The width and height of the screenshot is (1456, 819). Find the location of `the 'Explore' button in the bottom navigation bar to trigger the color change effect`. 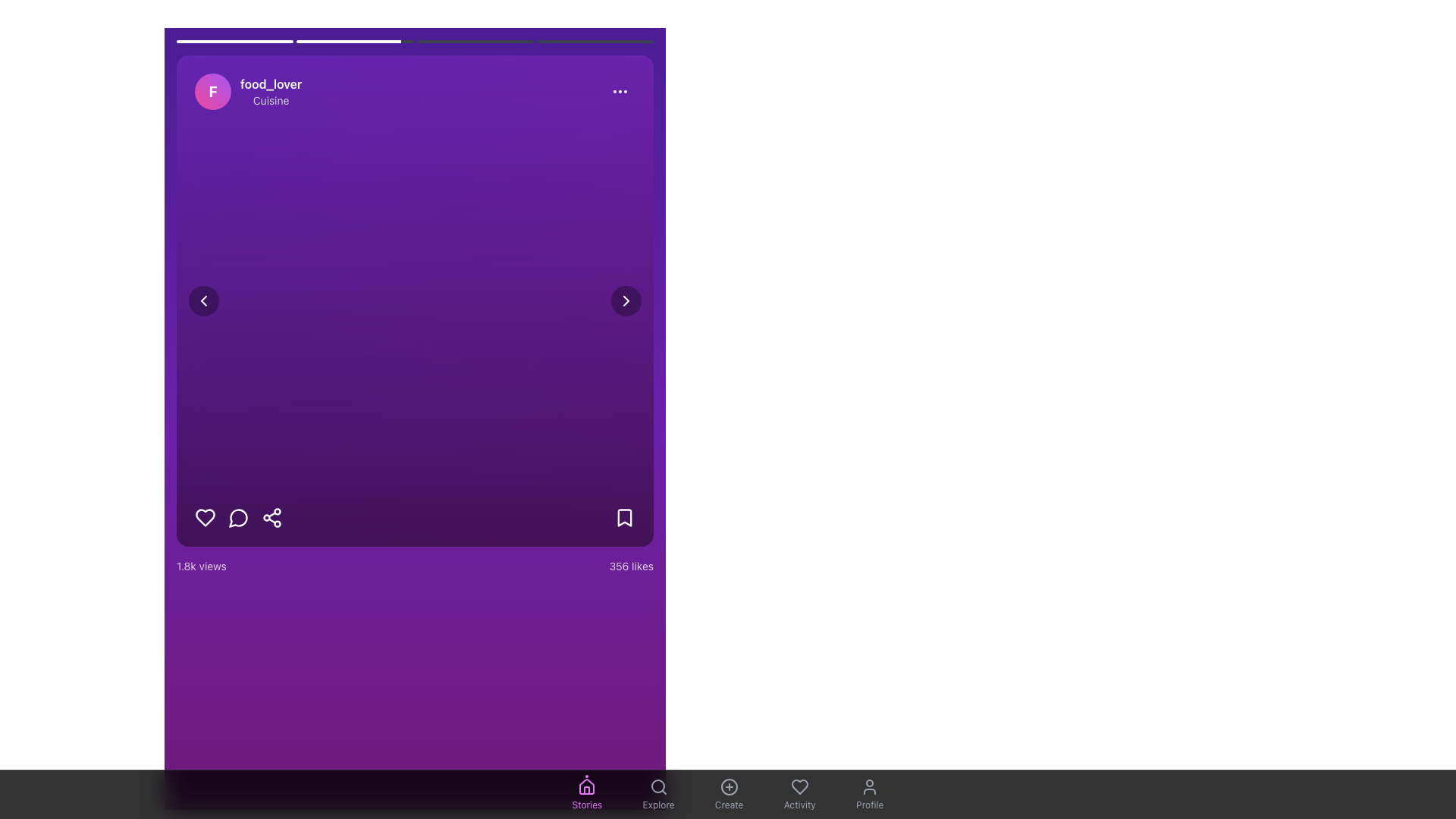

the 'Explore' button in the bottom navigation bar to trigger the color change effect is located at coordinates (658, 794).